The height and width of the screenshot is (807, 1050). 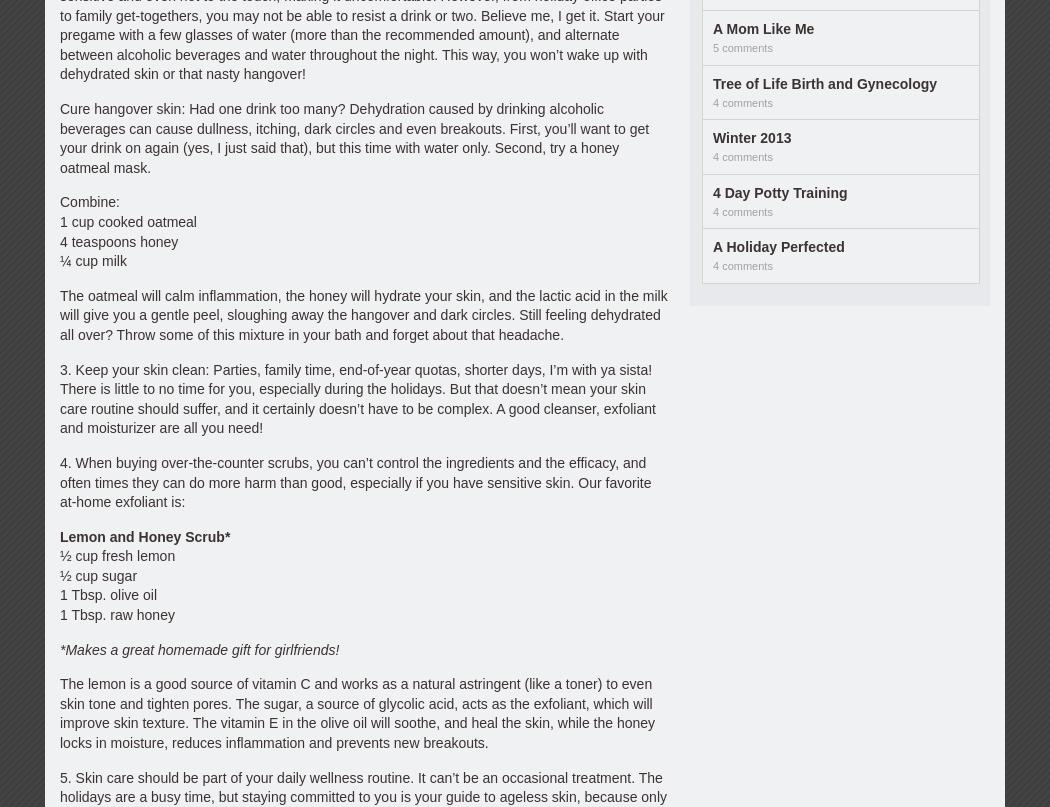 I want to click on '3. Keep your skin clean: Parties, family time, end-of-year quotas, shorter days, I’m with ya sista! There is little to no time for you, especially during the holidays. But that doesn’t mean your skin care routine should suffer, and it certainly doesn’t have to be complex. A good cleanser, exfoliant and moisturizer are all you need!', so click(x=356, y=398).